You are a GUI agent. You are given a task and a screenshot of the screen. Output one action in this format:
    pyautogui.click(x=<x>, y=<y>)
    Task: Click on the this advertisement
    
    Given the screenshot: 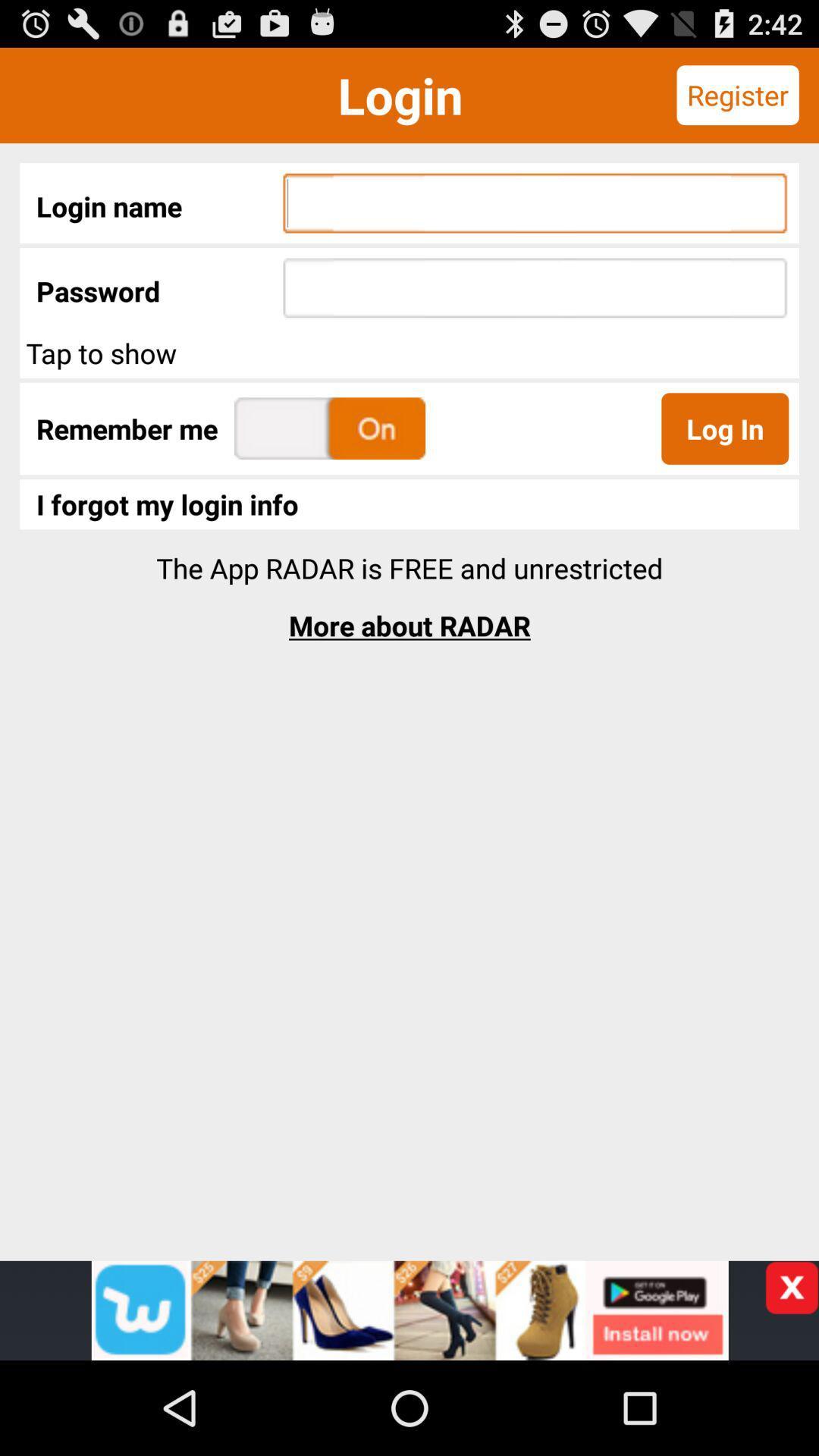 What is the action you would take?
    pyautogui.click(x=791, y=1287)
    